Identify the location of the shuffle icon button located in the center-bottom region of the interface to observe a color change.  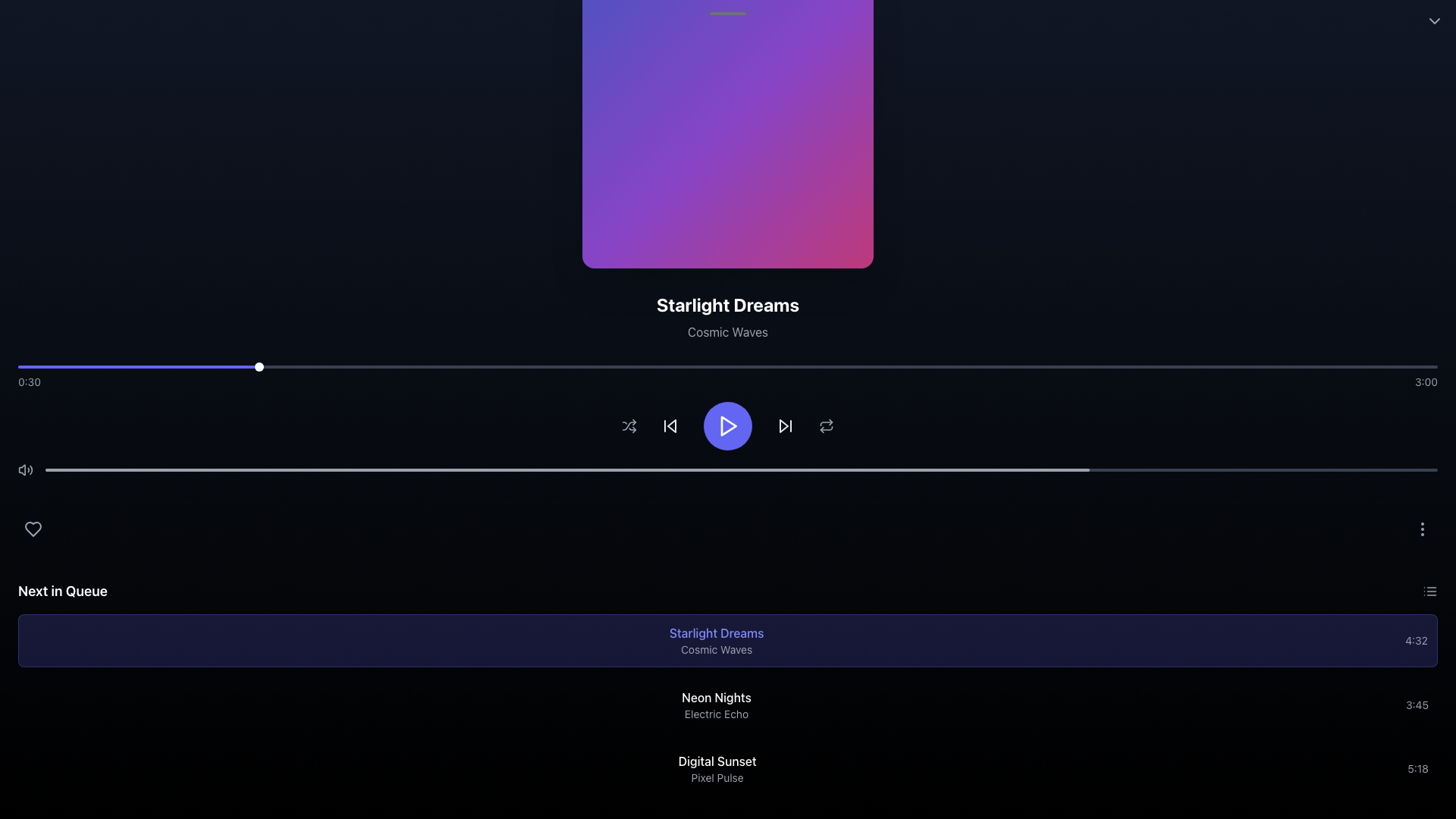
(629, 426).